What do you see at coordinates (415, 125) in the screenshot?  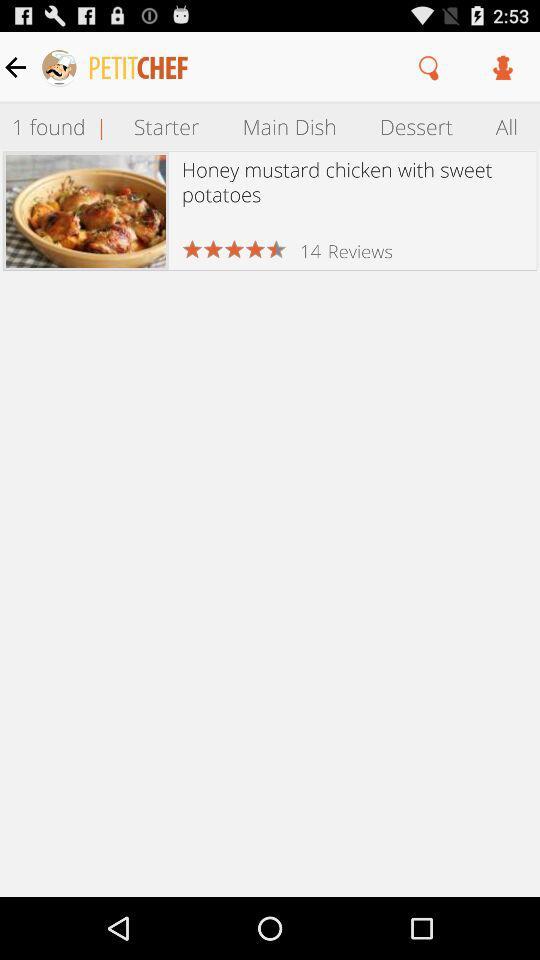 I see `the dessert item` at bounding box center [415, 125].